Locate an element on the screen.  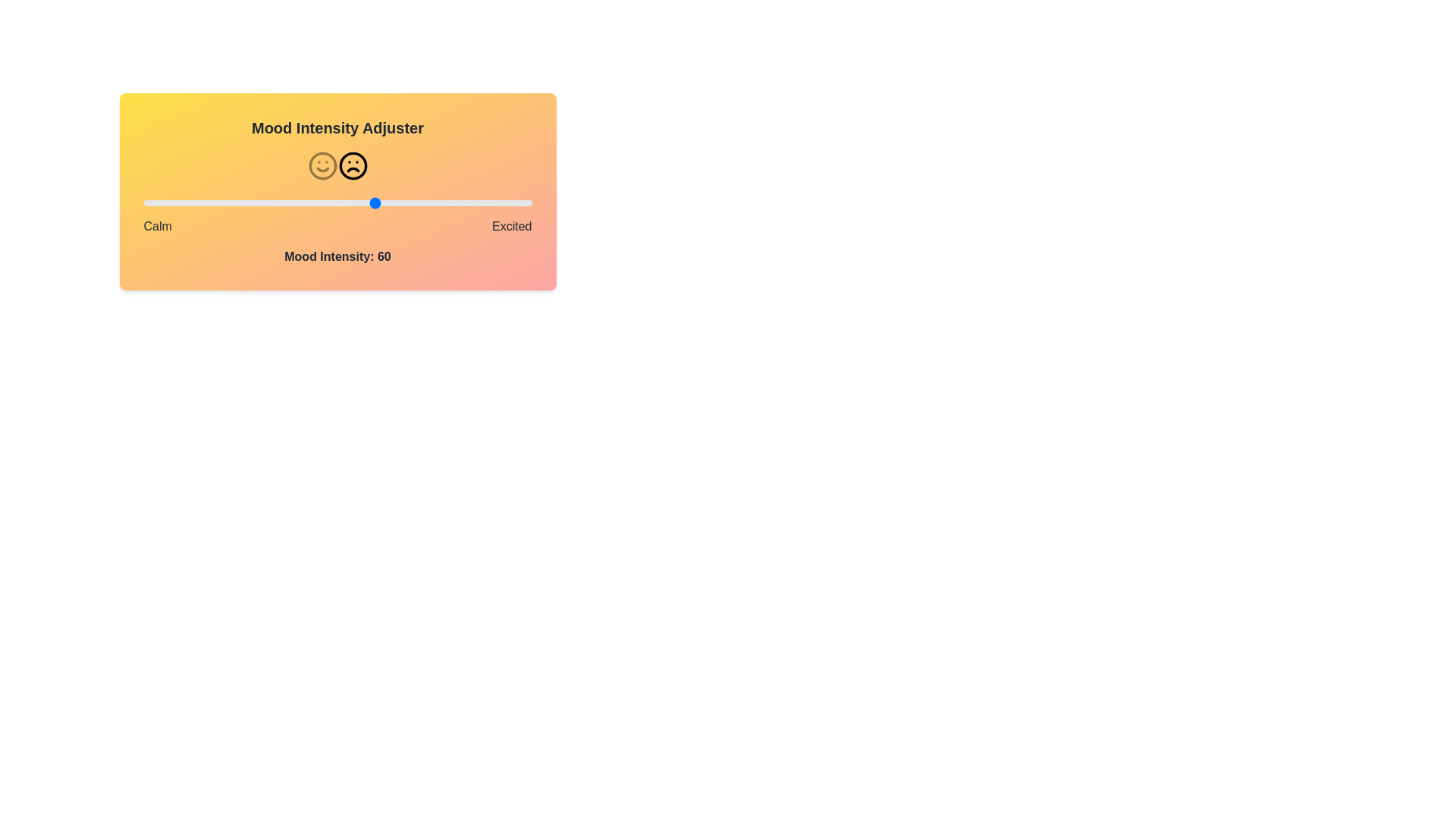
the mood intensity slider to 27 (0 to 100) is located at coordinates (248, 202).